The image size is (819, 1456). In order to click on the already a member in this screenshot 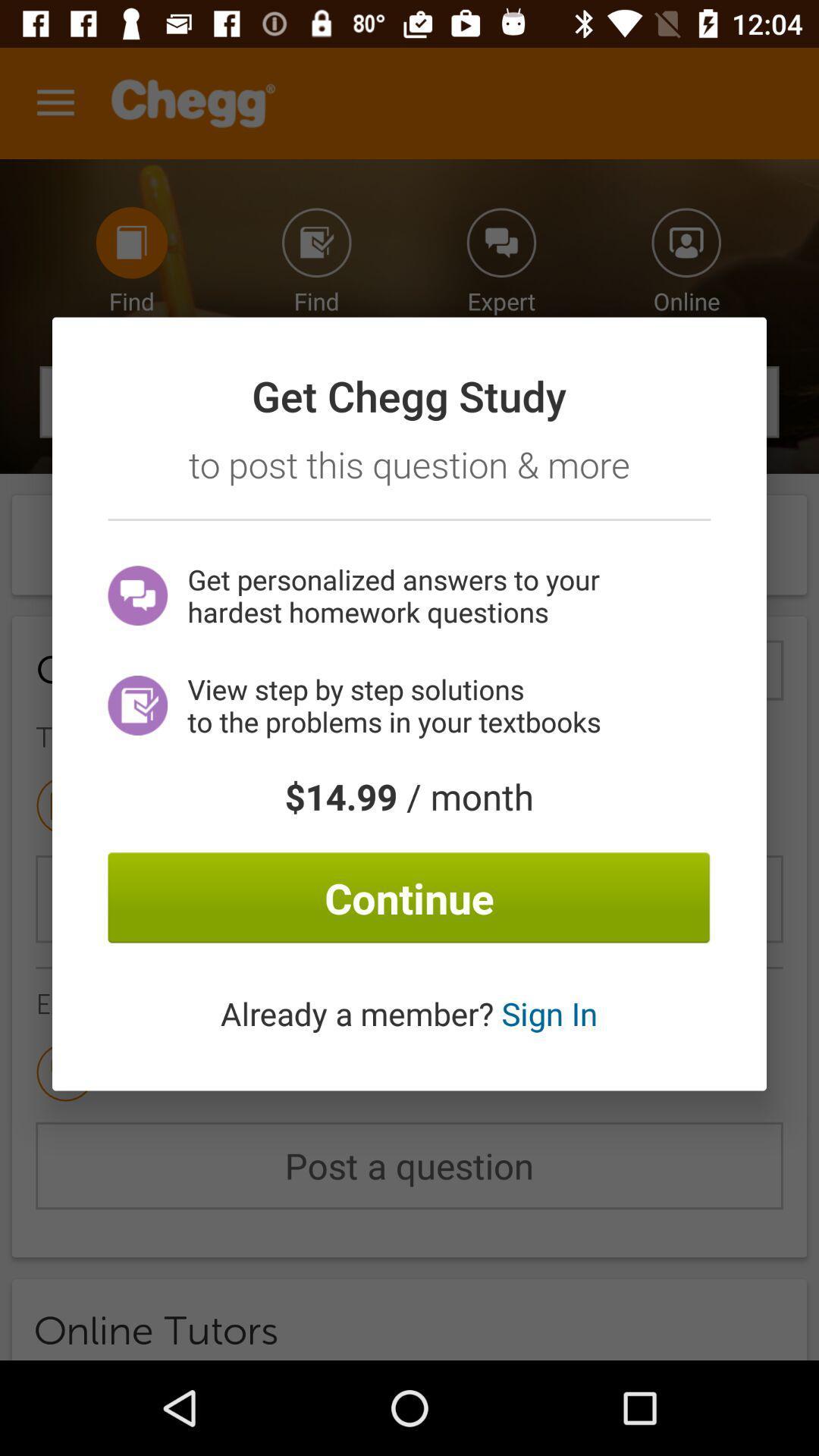, I will do `click(408, 1013)`.